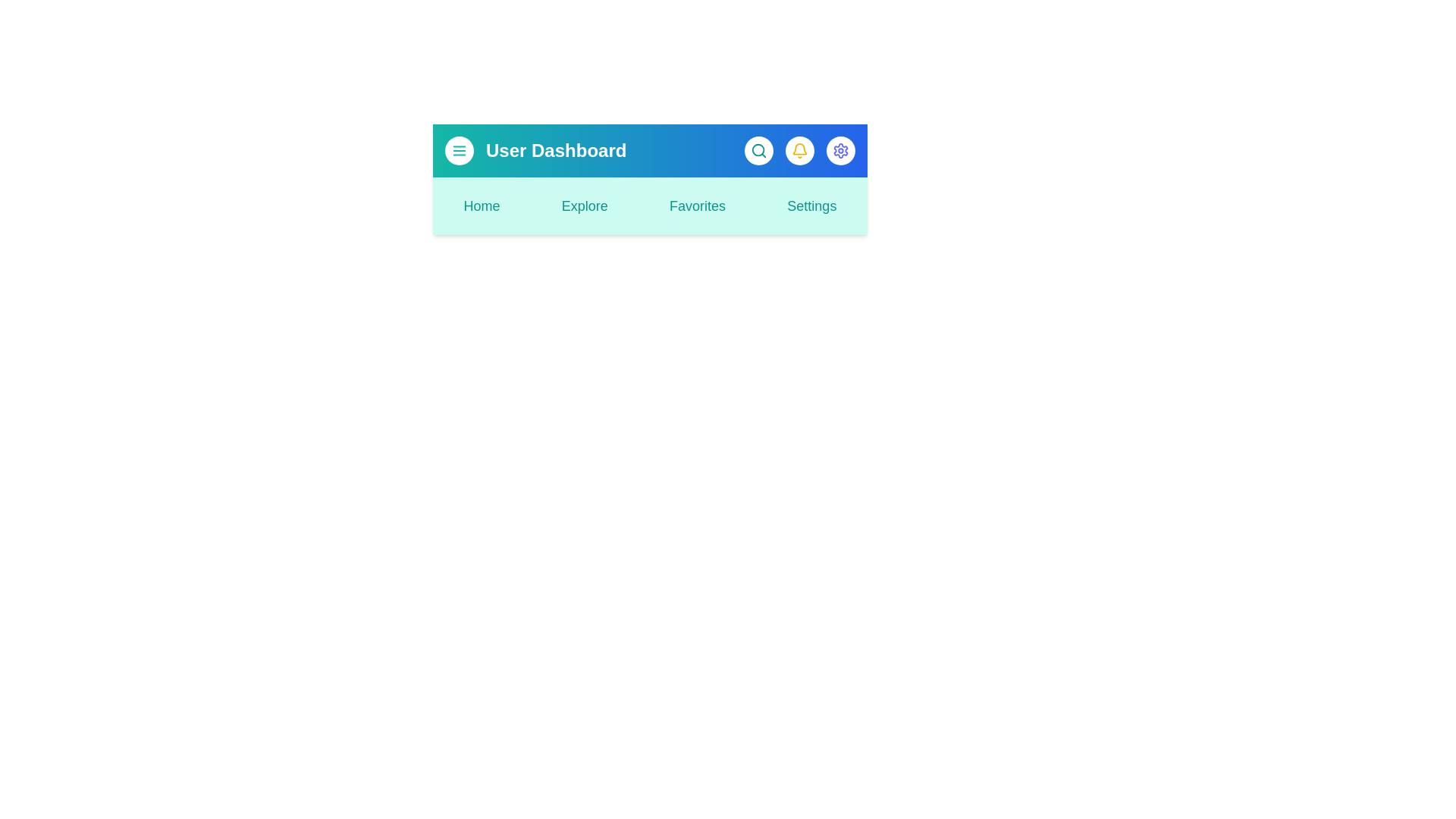  I want to click on the navigation link corresponding to Home, so click(481, 206).